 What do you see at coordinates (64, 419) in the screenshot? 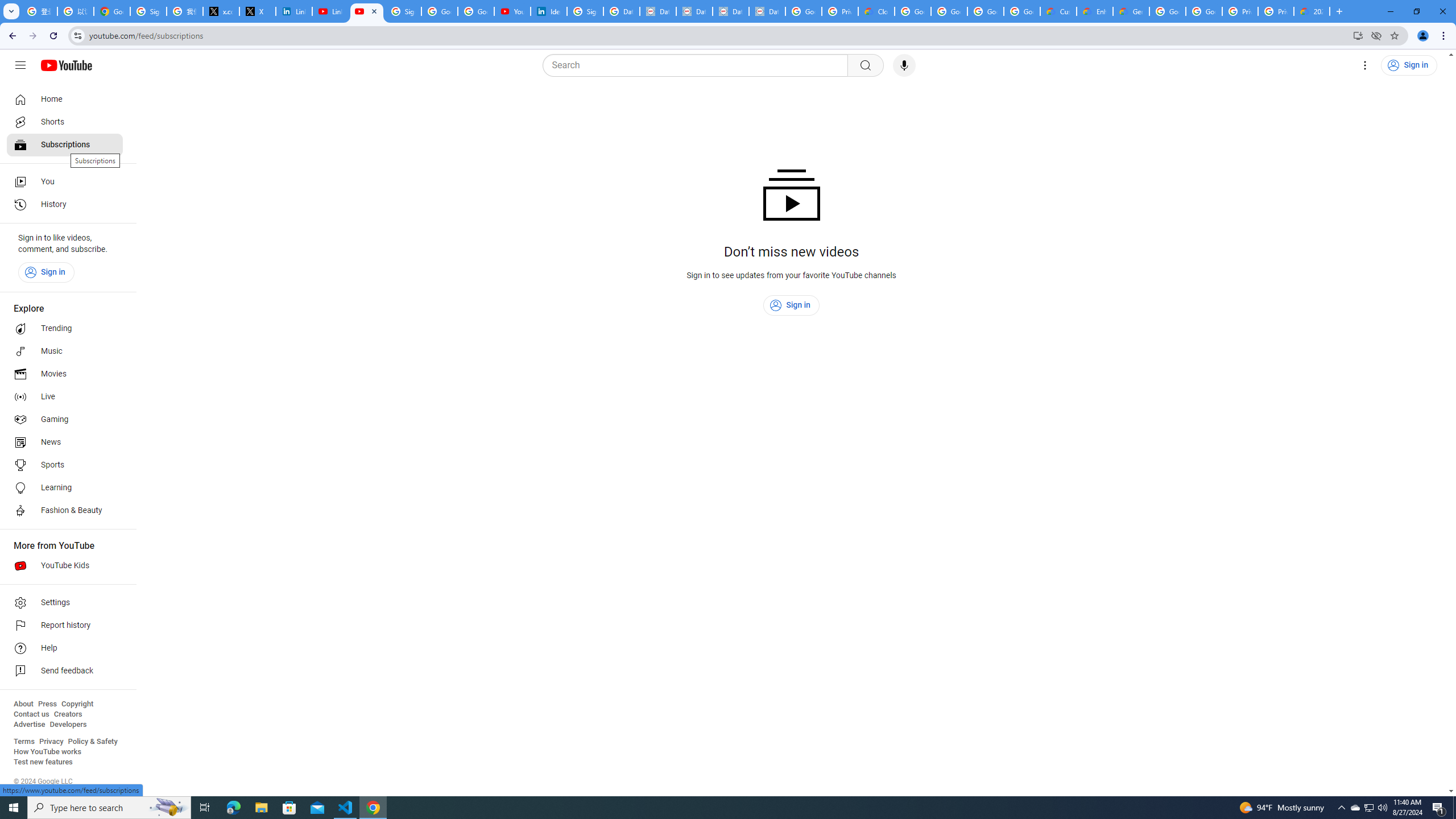
I see `'Gaming'` at bounding box center [64, 419].